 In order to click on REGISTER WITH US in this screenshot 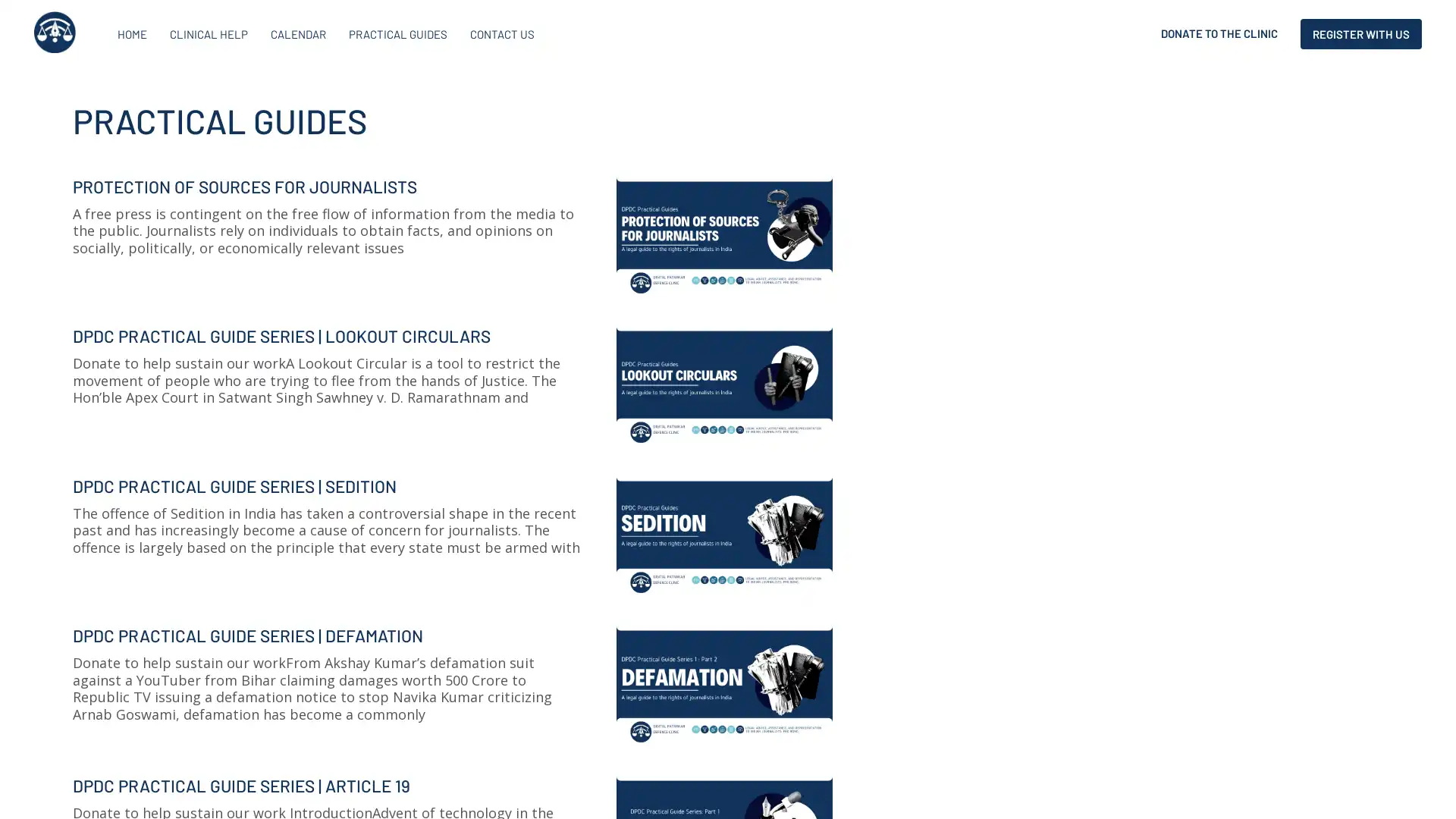, I will do `click(1361, 34)`.